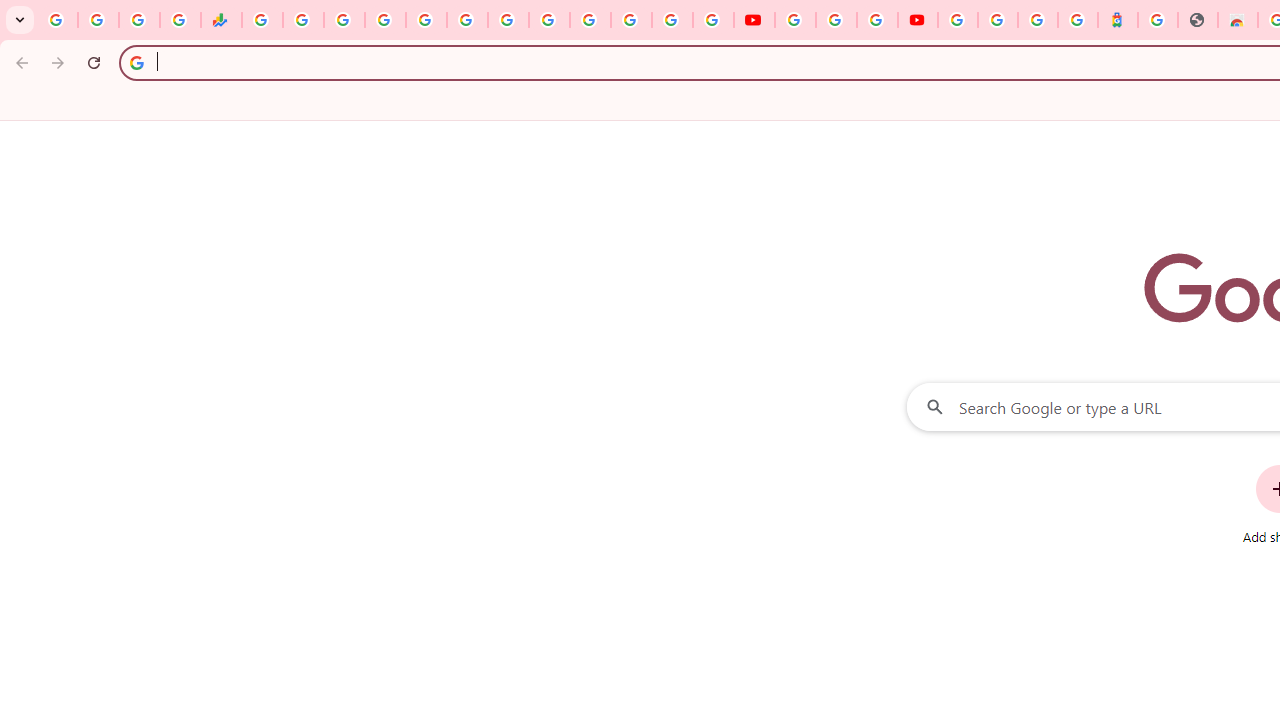 The height and width of the screenshot is (720, 1280). Describe the element at coordinates (917, 20) in the screenshot. I see `'Content Creator Programs & Opportunities - YouTube Creators'` at that location.